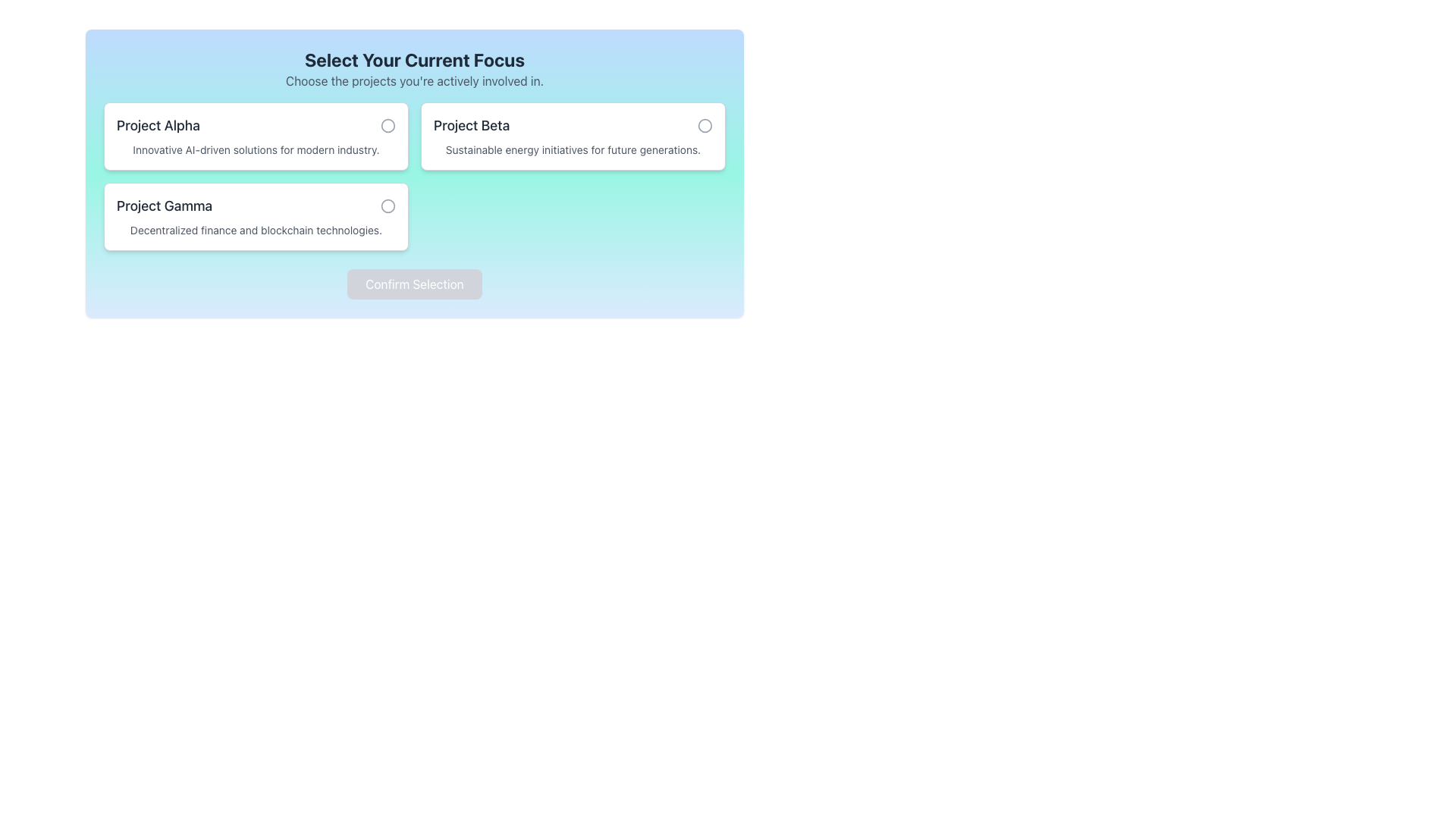  What do you see at coordinates (165, 206) in the screenshot?
I see `the text label displaying 'Project Gamma' which is the title of a selectable project in a bold dark gray font` at bounding box center [165, 206].